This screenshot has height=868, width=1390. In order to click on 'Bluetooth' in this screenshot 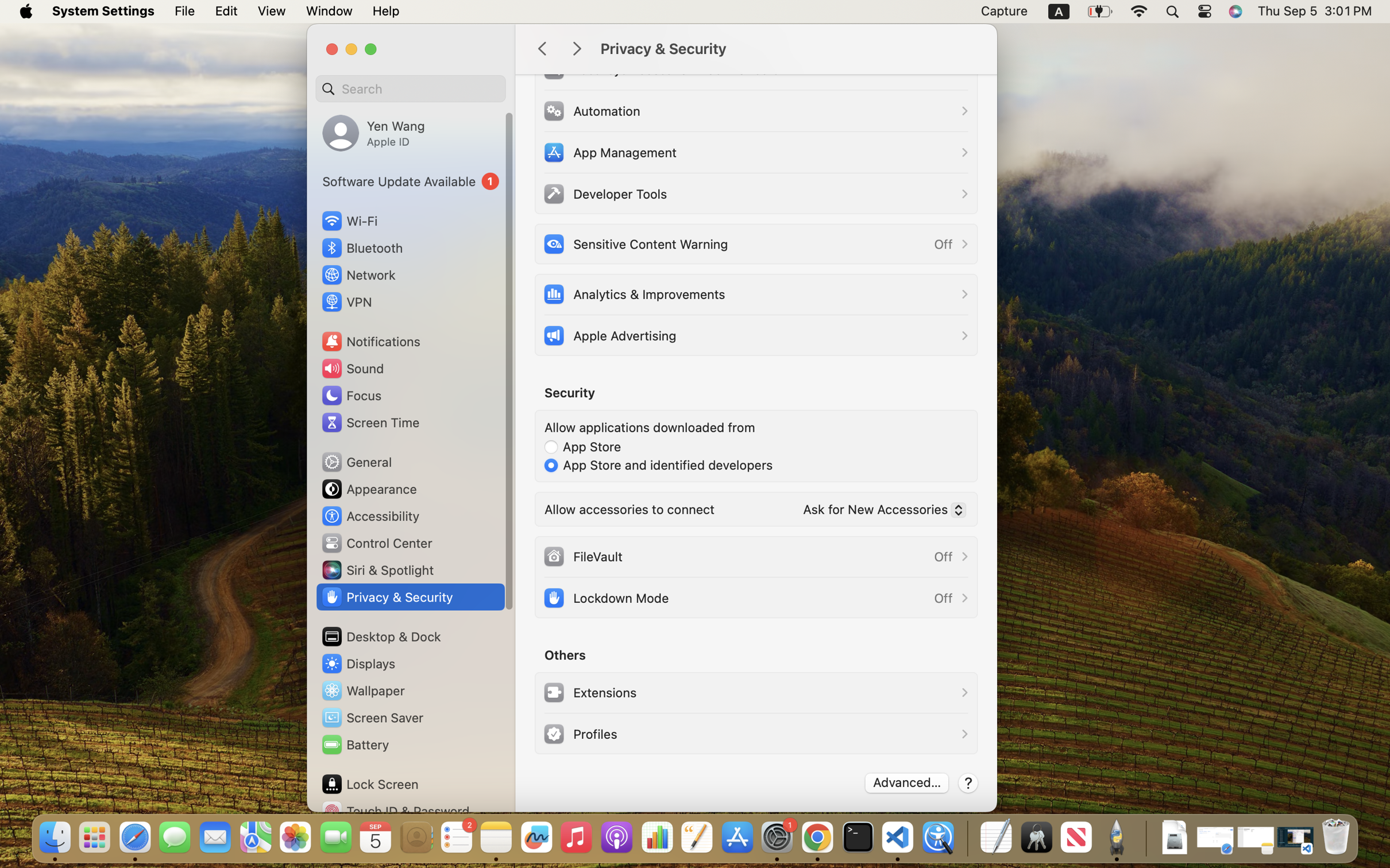, I will do `click(361, 247)`.